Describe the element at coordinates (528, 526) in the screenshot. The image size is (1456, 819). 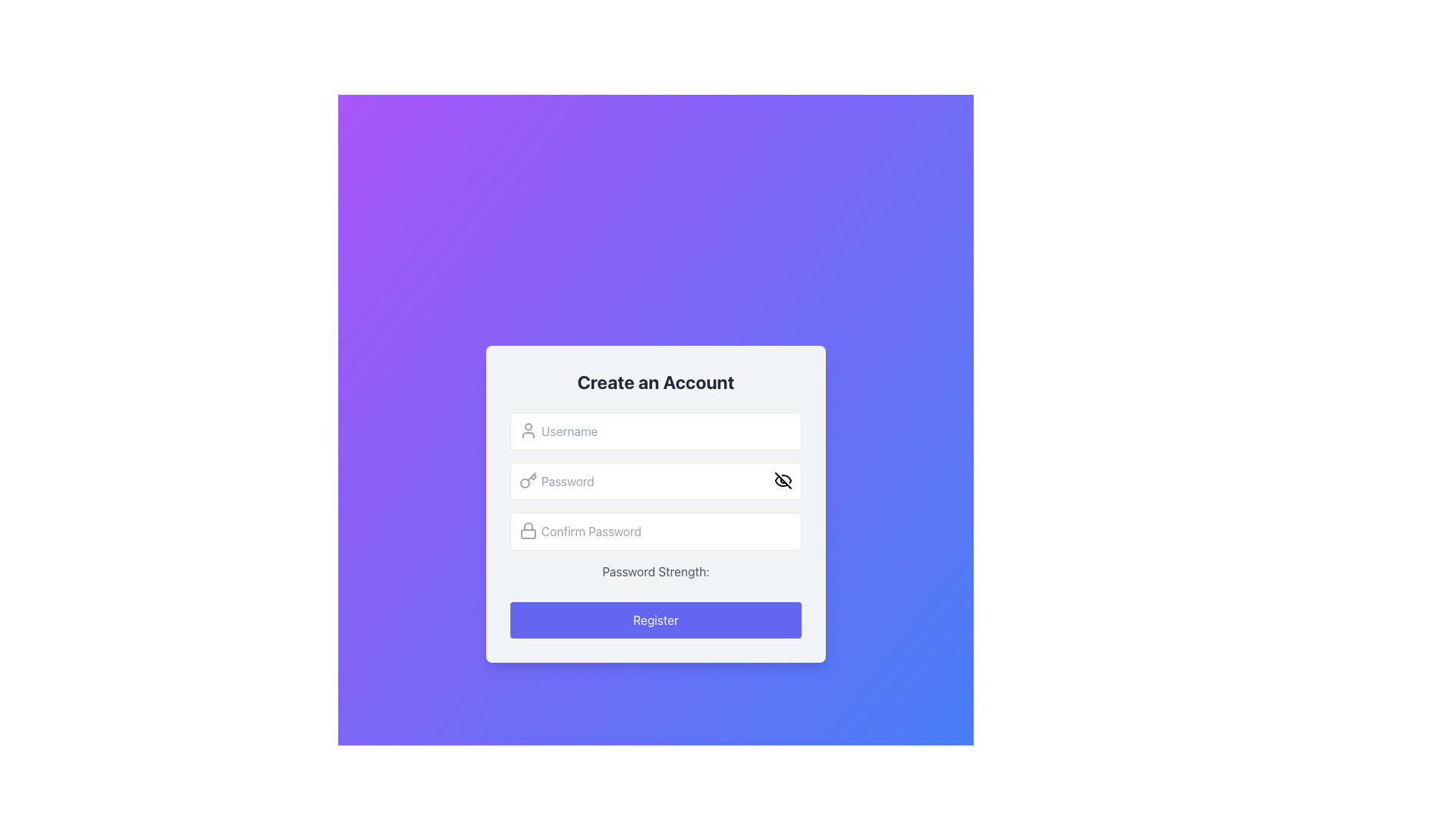
I see `the upper section of the lock icon's shackle, which visually reinforces security in the 'Confirm Password' input field` at that location.